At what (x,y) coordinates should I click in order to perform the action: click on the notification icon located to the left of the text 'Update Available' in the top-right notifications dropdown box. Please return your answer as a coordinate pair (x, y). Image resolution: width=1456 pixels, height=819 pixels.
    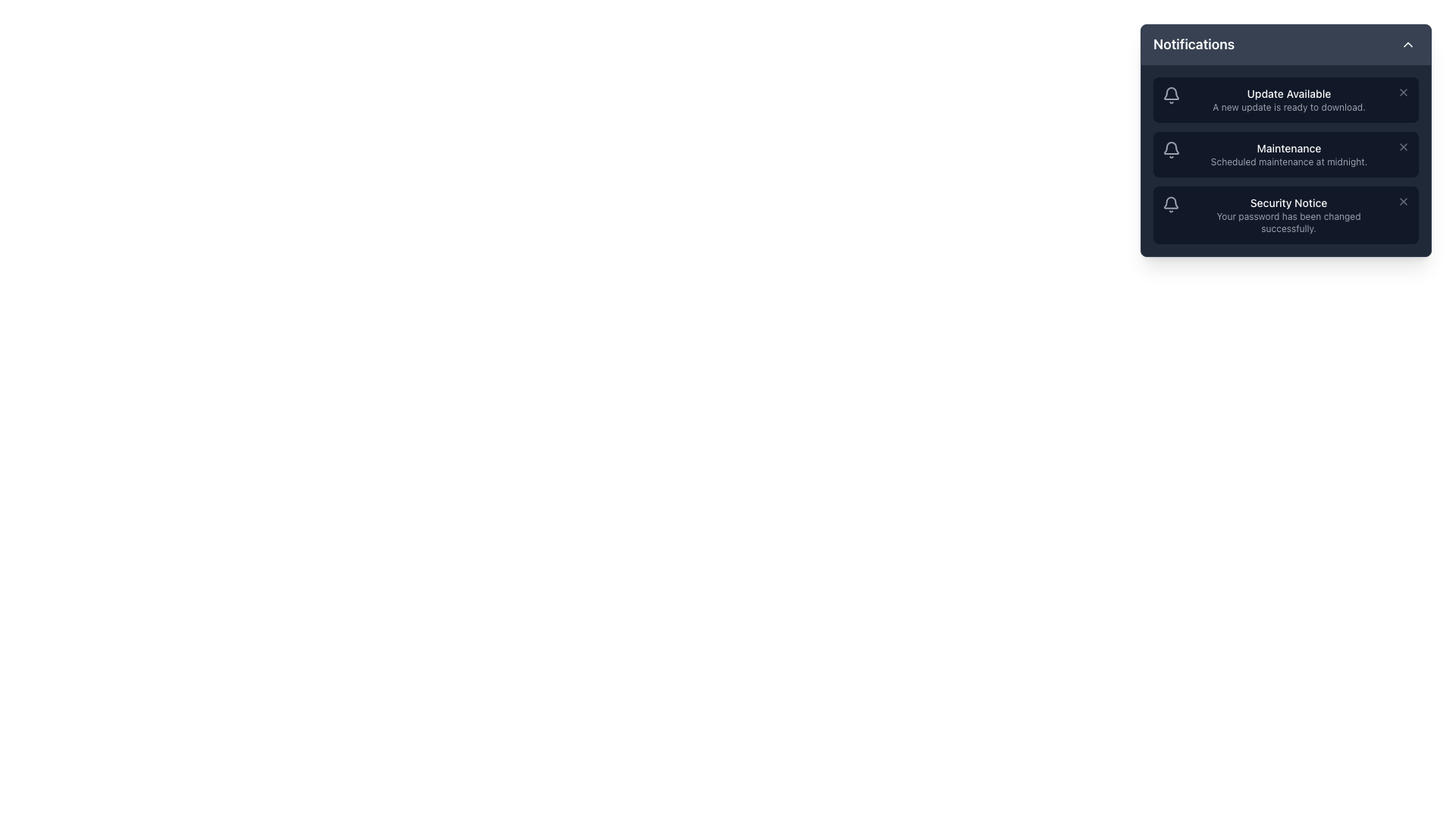
    Looking at the image, I should click on (1171, 96).